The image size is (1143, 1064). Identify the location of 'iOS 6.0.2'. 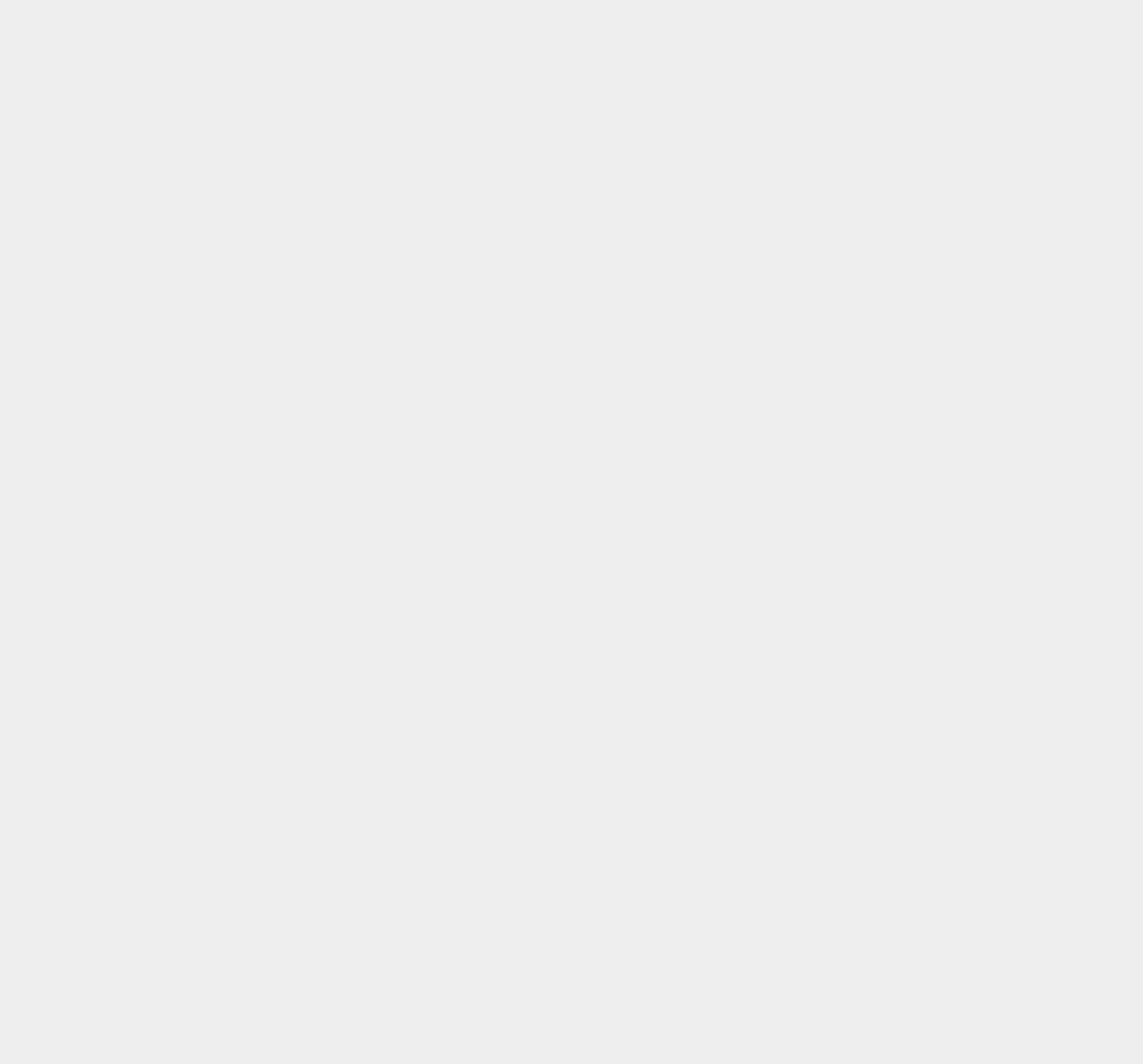
(834, 541).